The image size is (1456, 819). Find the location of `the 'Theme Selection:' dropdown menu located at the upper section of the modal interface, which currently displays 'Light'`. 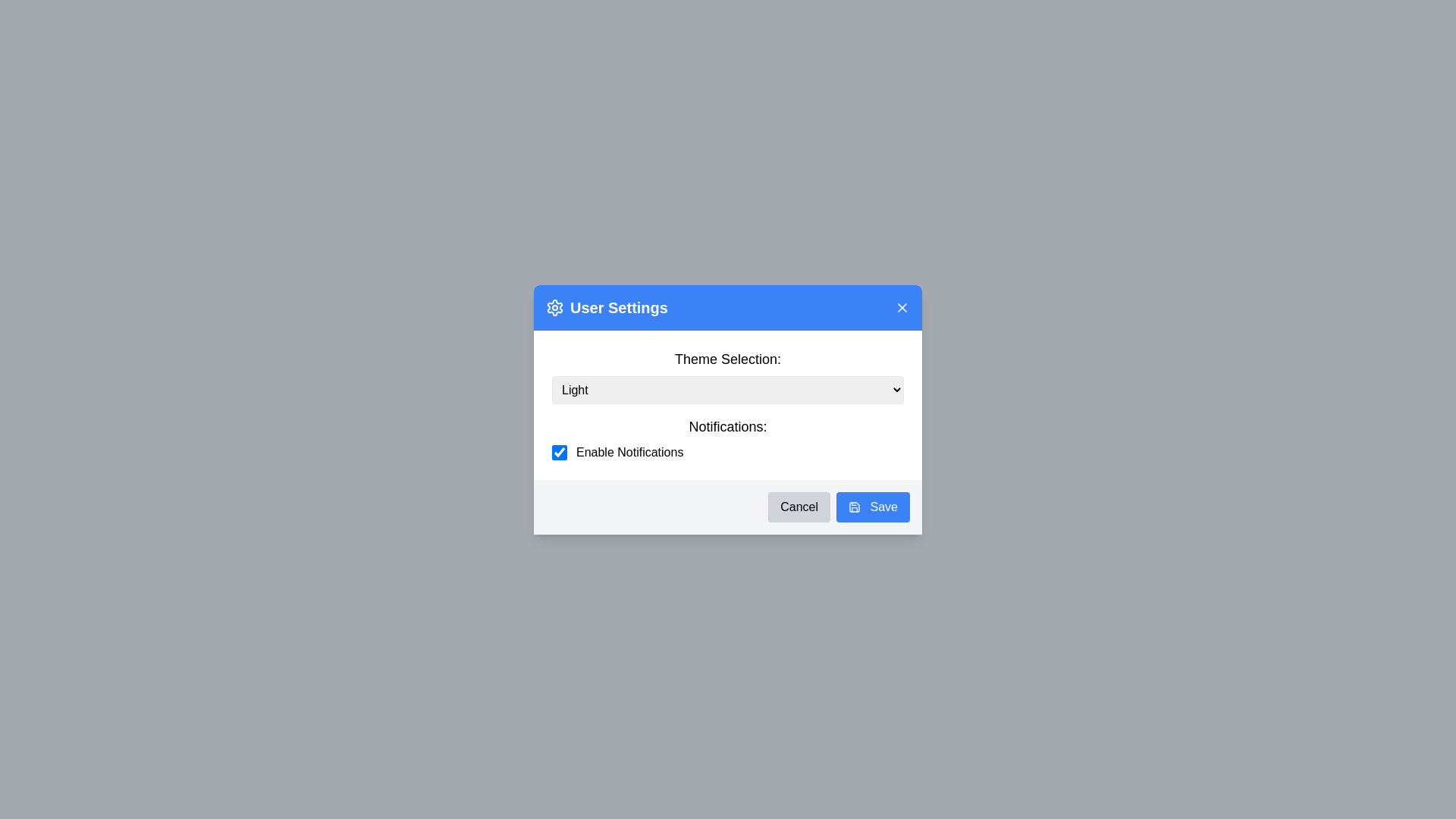

the 'Theme Selection:' dropdown menu located at the upper section of the modal interface, which currently displays 'Light' is located at coordinates (728, 375).